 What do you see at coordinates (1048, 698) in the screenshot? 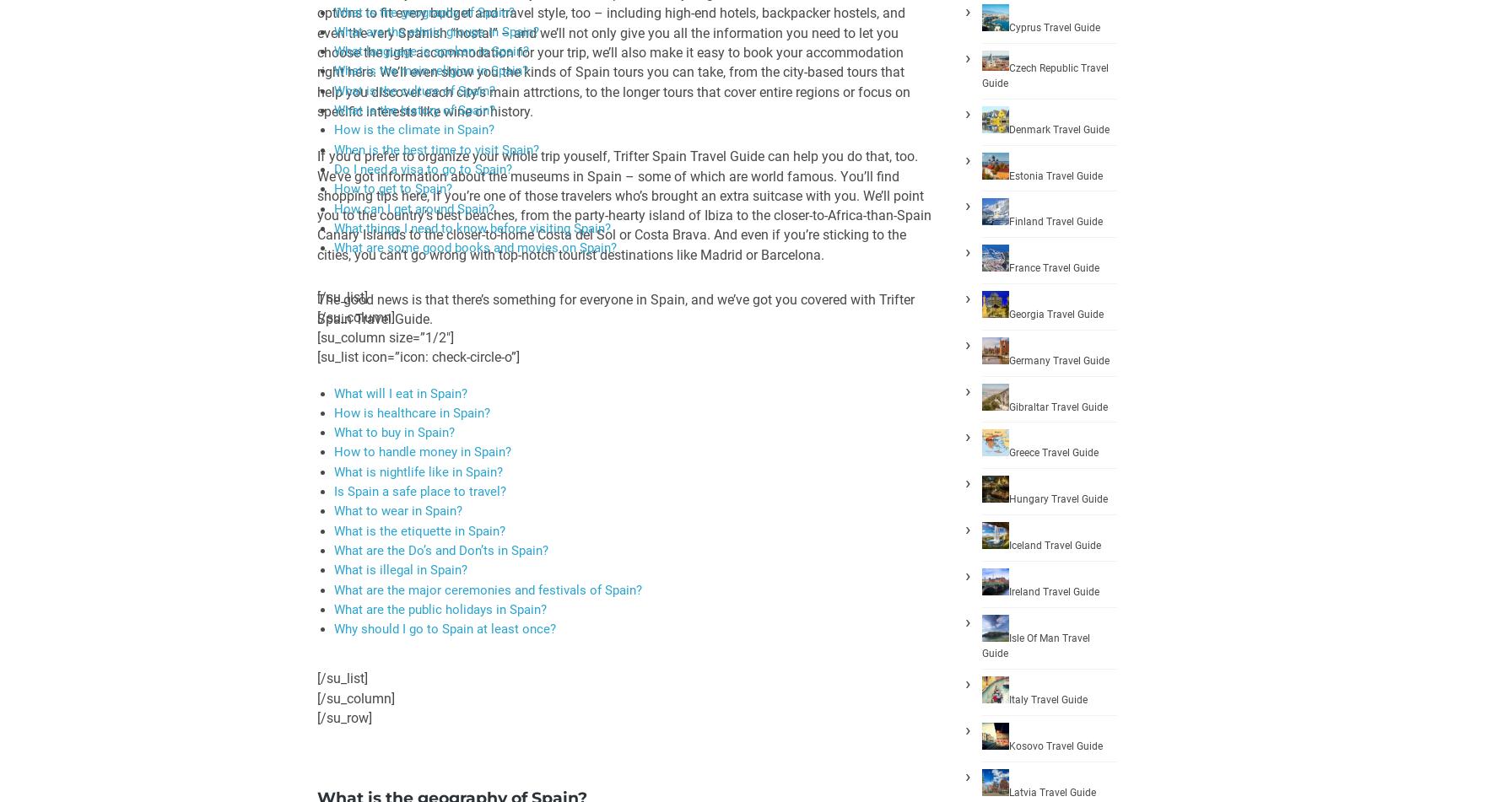
I see `'Italy Travel Guide'` at bounding box center [1048, 698].